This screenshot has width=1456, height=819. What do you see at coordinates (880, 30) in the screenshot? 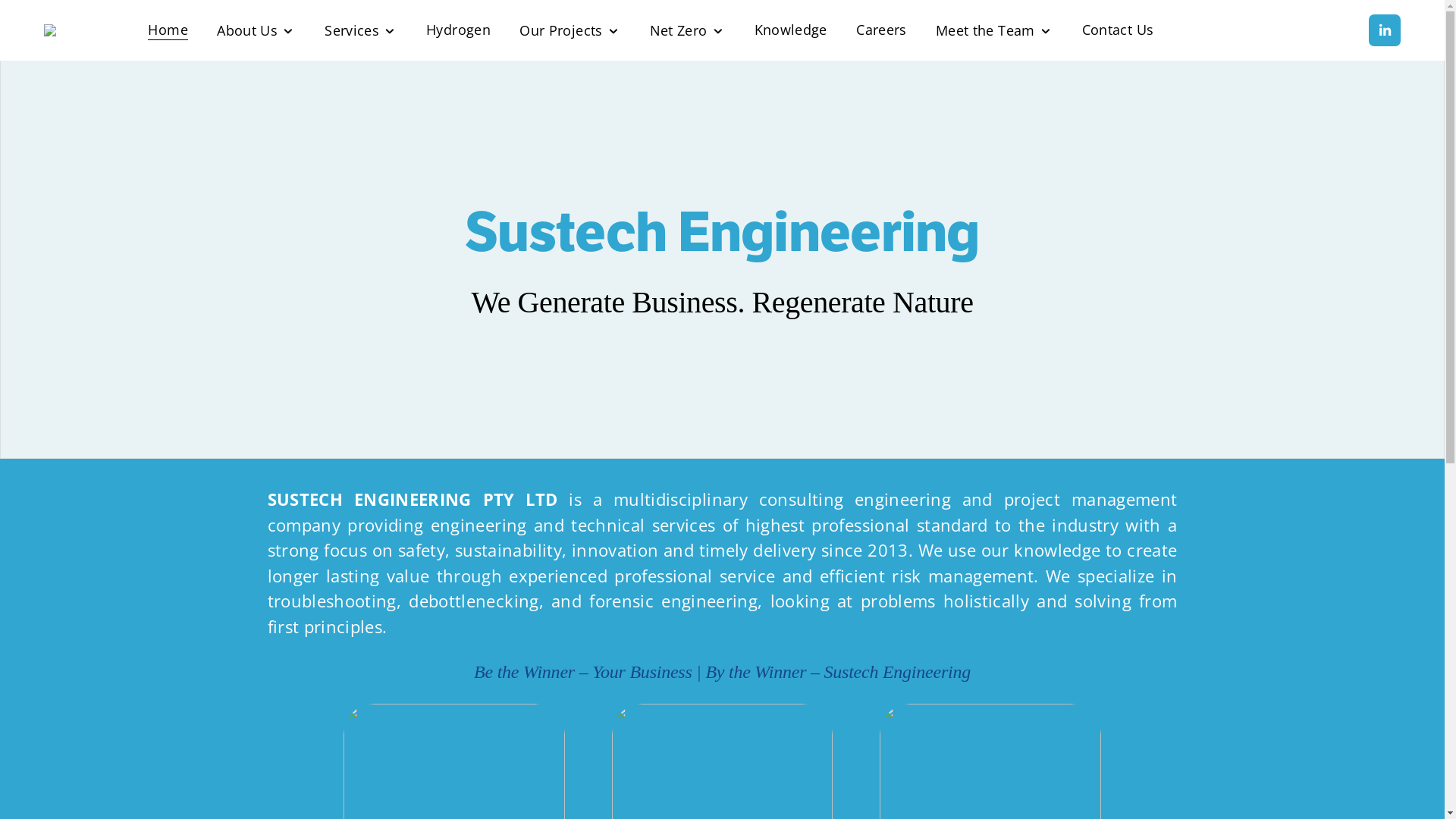
I see `'Careers'` at bounding box center [880, 30].